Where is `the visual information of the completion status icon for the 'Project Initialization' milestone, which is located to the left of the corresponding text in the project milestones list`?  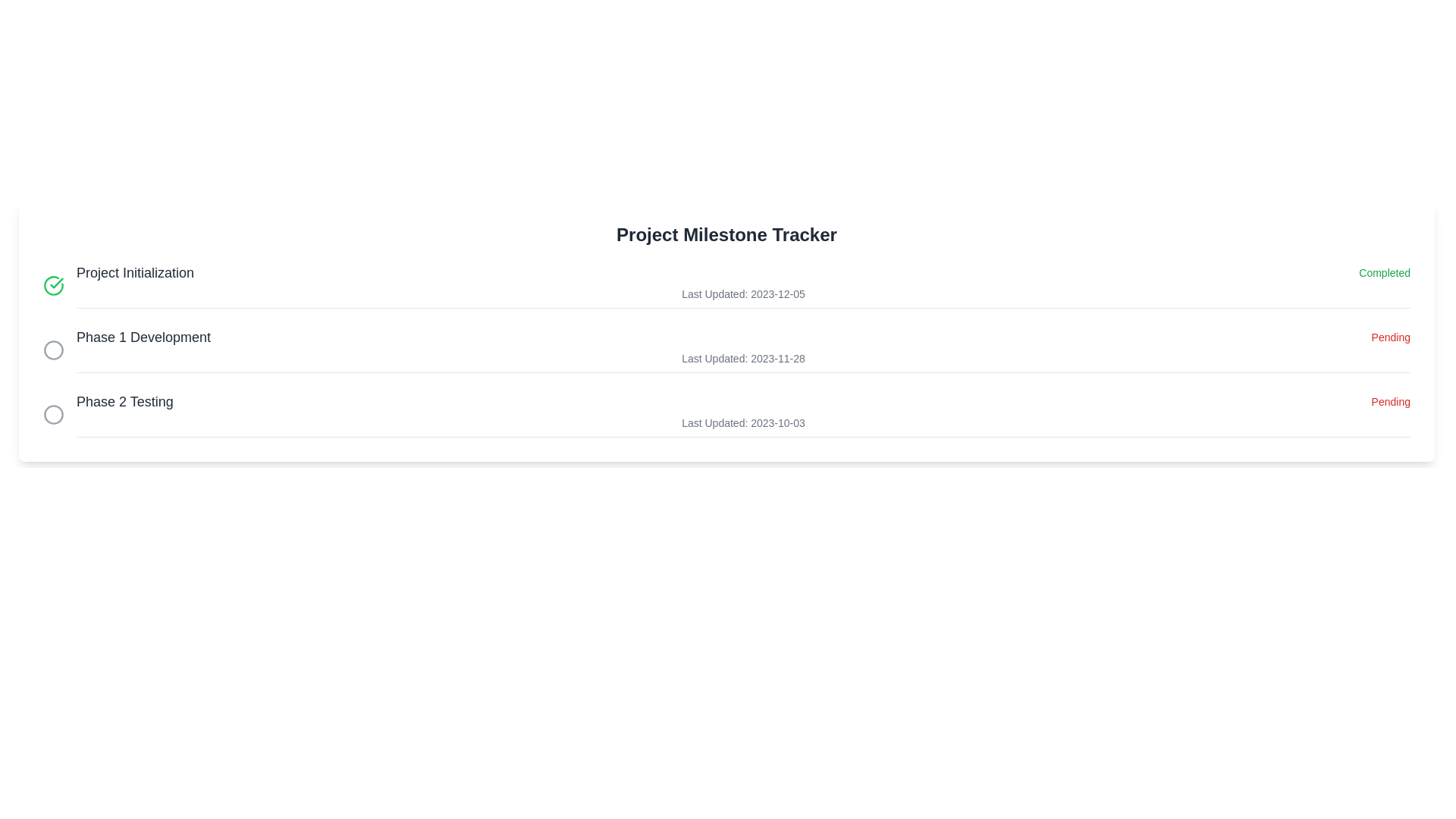
the visual information of the completion status icon for the 'Project Initialization' milestone, which is located to the left of the corresponding text in the project milestones list is located at coordinates (54, 285).